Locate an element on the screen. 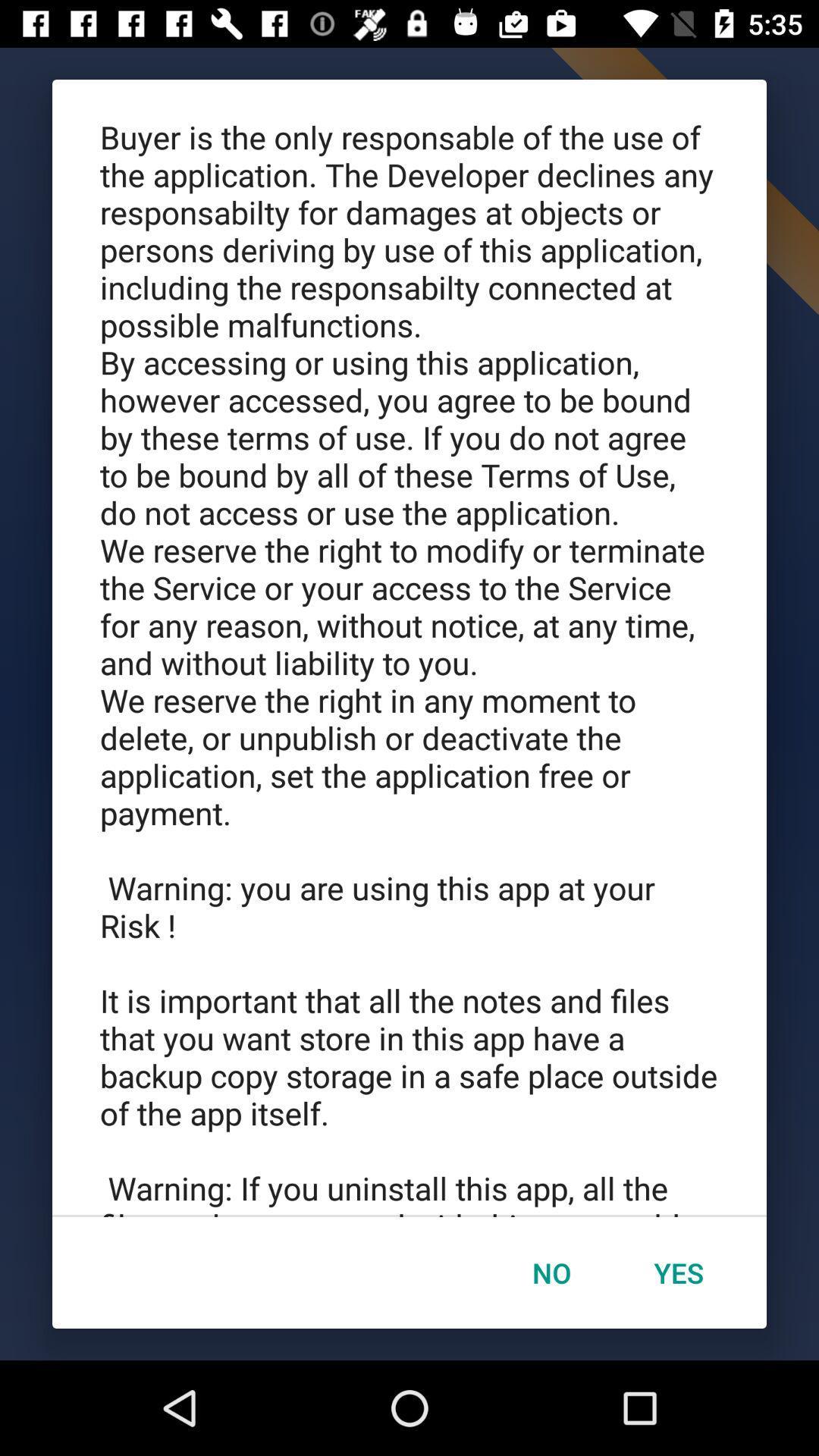  icon next to yes is located at coordinates (551, 1272).